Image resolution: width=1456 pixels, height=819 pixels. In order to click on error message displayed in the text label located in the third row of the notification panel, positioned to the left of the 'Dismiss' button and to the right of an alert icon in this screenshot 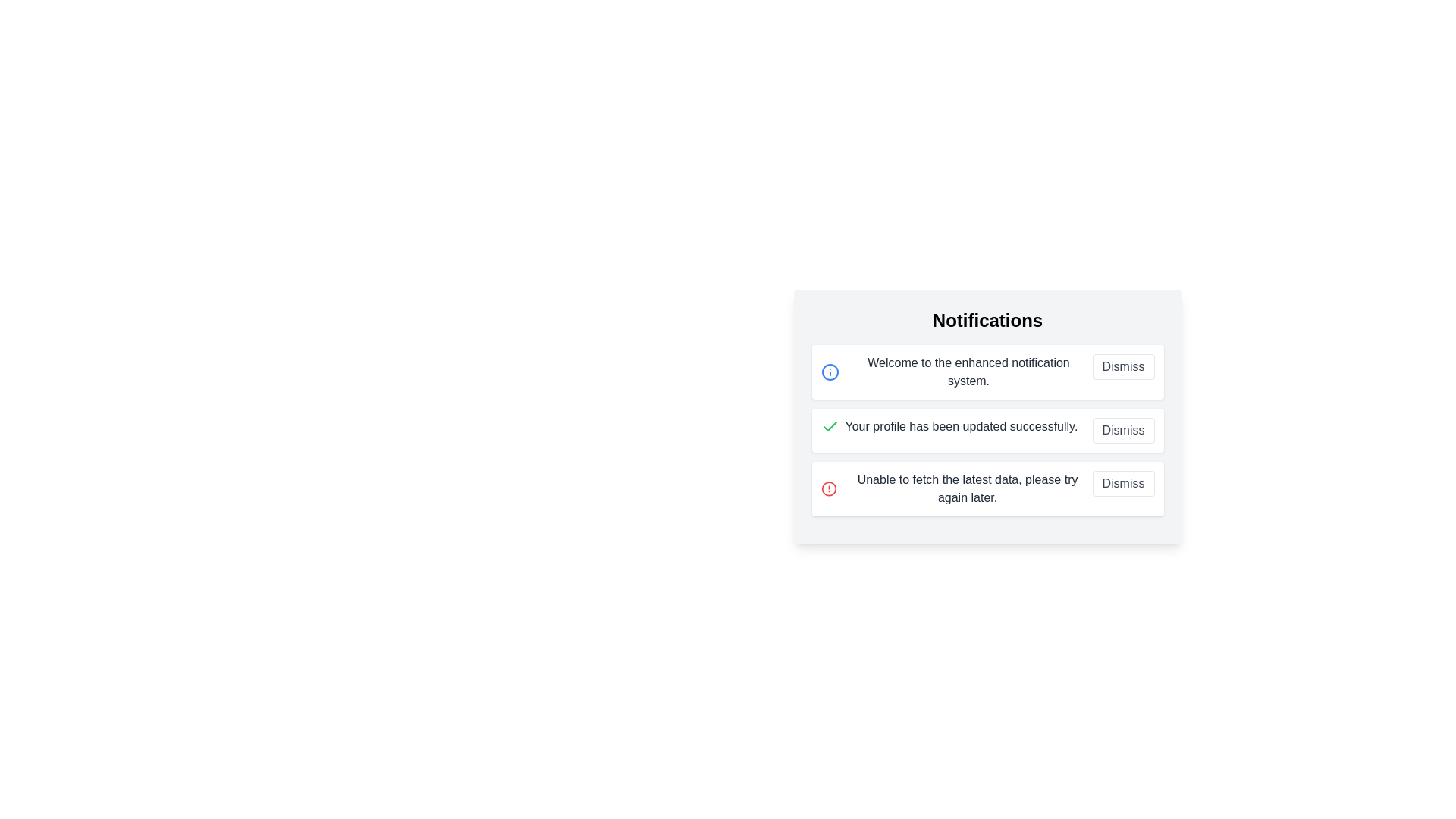, I will do `click(967, 488)`.